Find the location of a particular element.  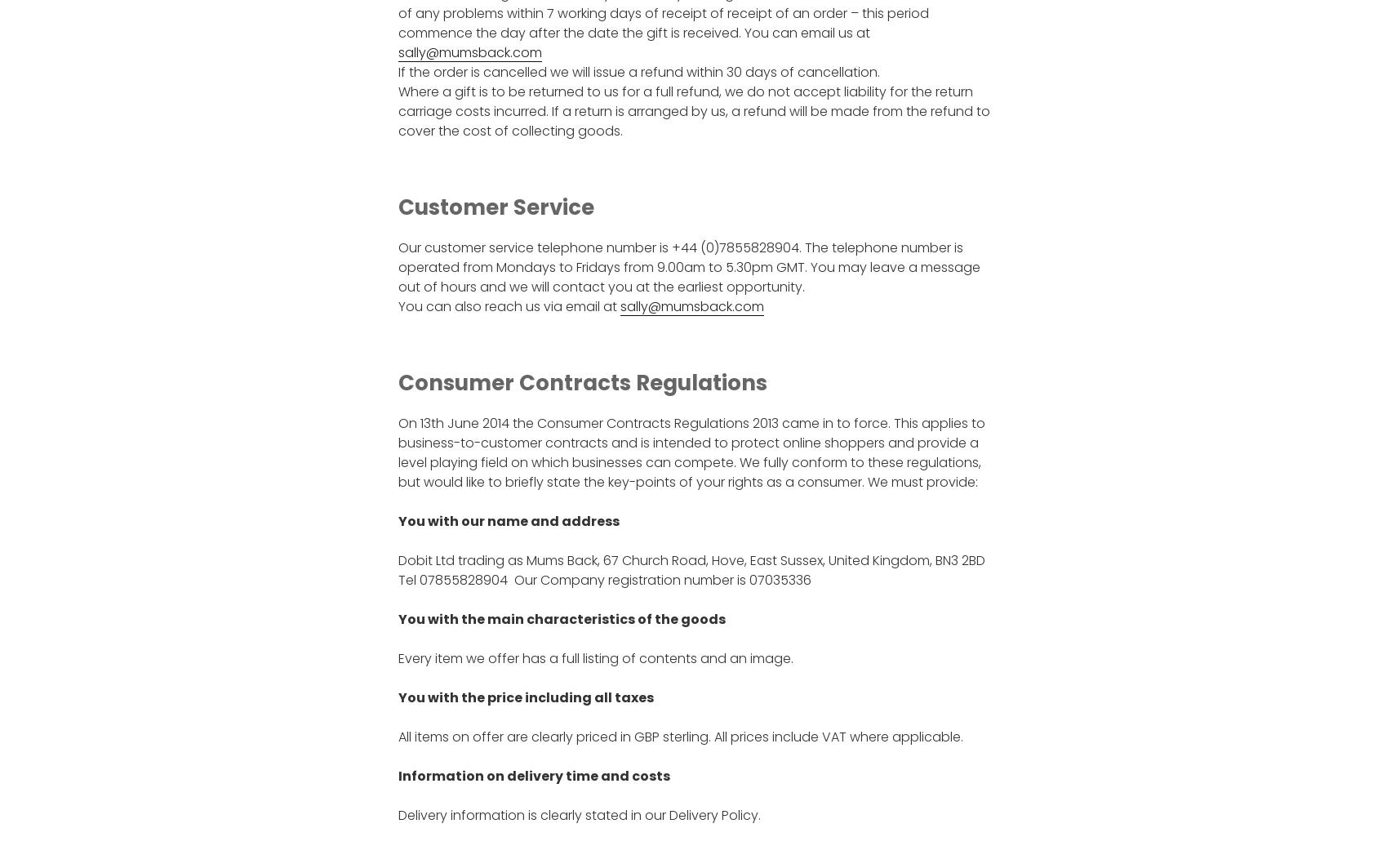

'Consumer Contracts Regulations' is located at coordinates (581, 382).